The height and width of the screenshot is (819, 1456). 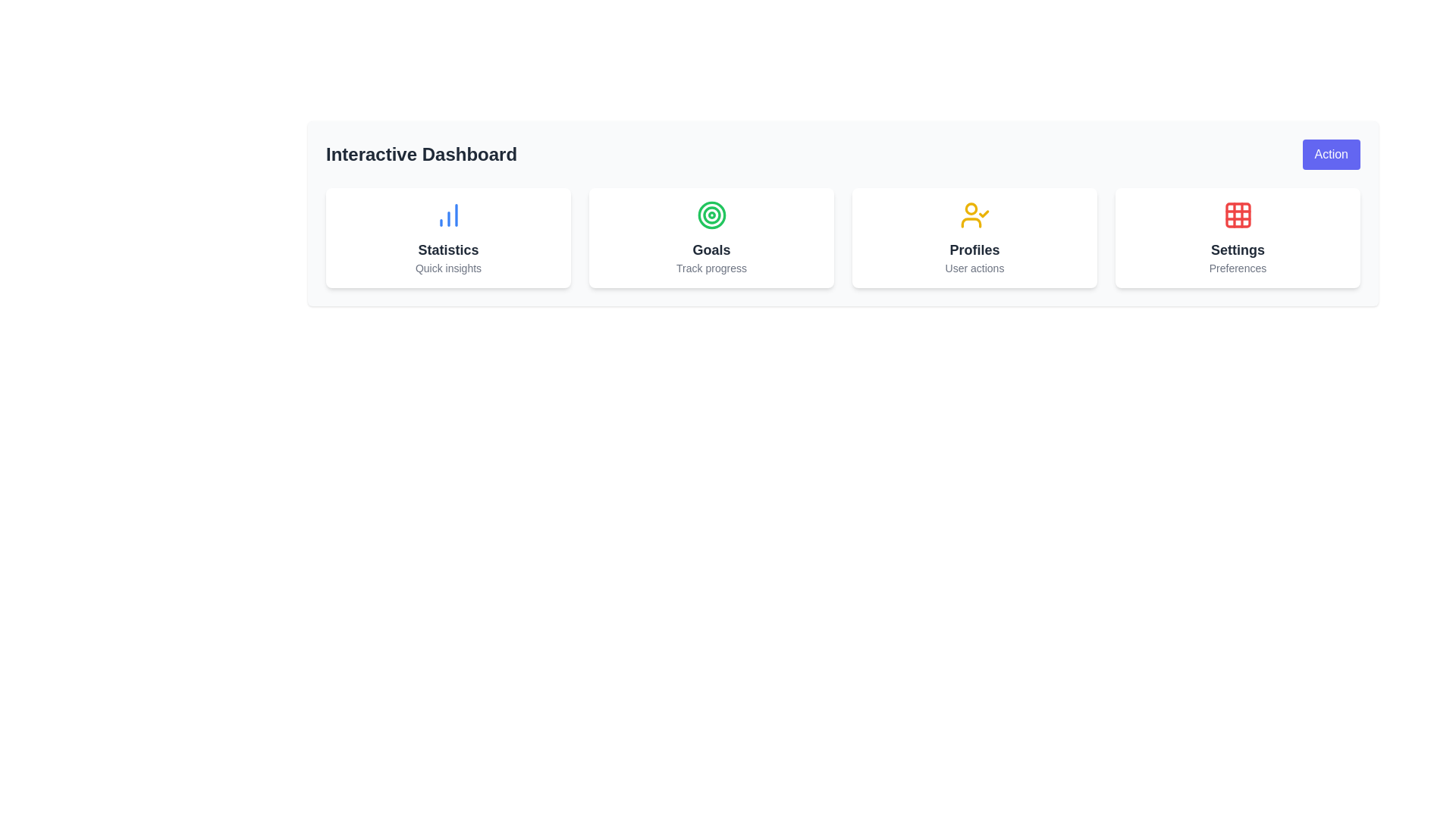 I want to click on the text label displaying 'Statistics' in a large, bold, dark gray font, located in the first card below the dashboard's main heading, above the subtitle 'Quick insights', so click(x=447, y=249).